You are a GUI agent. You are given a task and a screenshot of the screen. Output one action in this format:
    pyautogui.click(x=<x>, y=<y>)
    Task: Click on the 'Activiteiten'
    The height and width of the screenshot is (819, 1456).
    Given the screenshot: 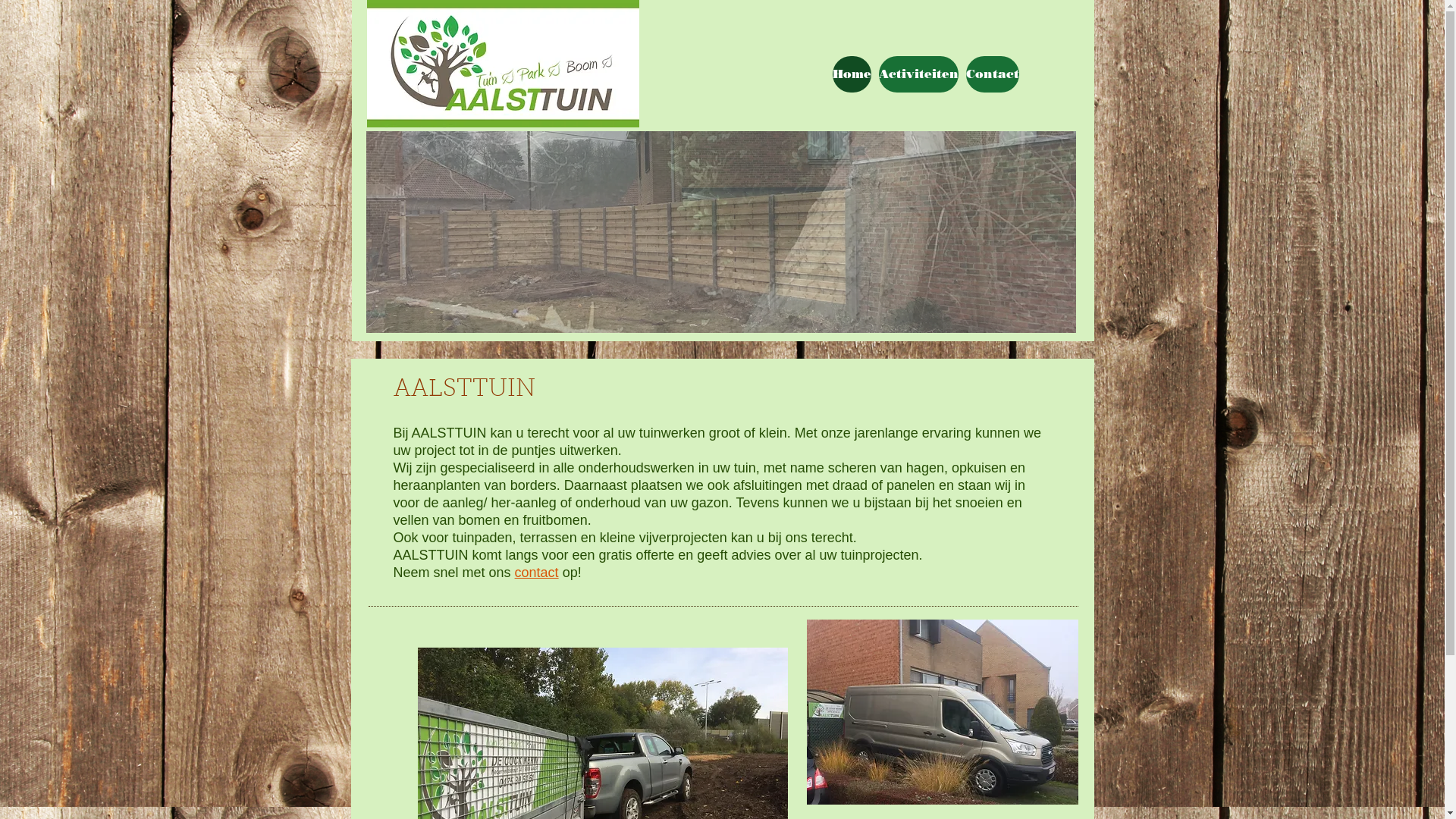 What is the action you would take?
    pyautogui.click(x=877, y=74)
    